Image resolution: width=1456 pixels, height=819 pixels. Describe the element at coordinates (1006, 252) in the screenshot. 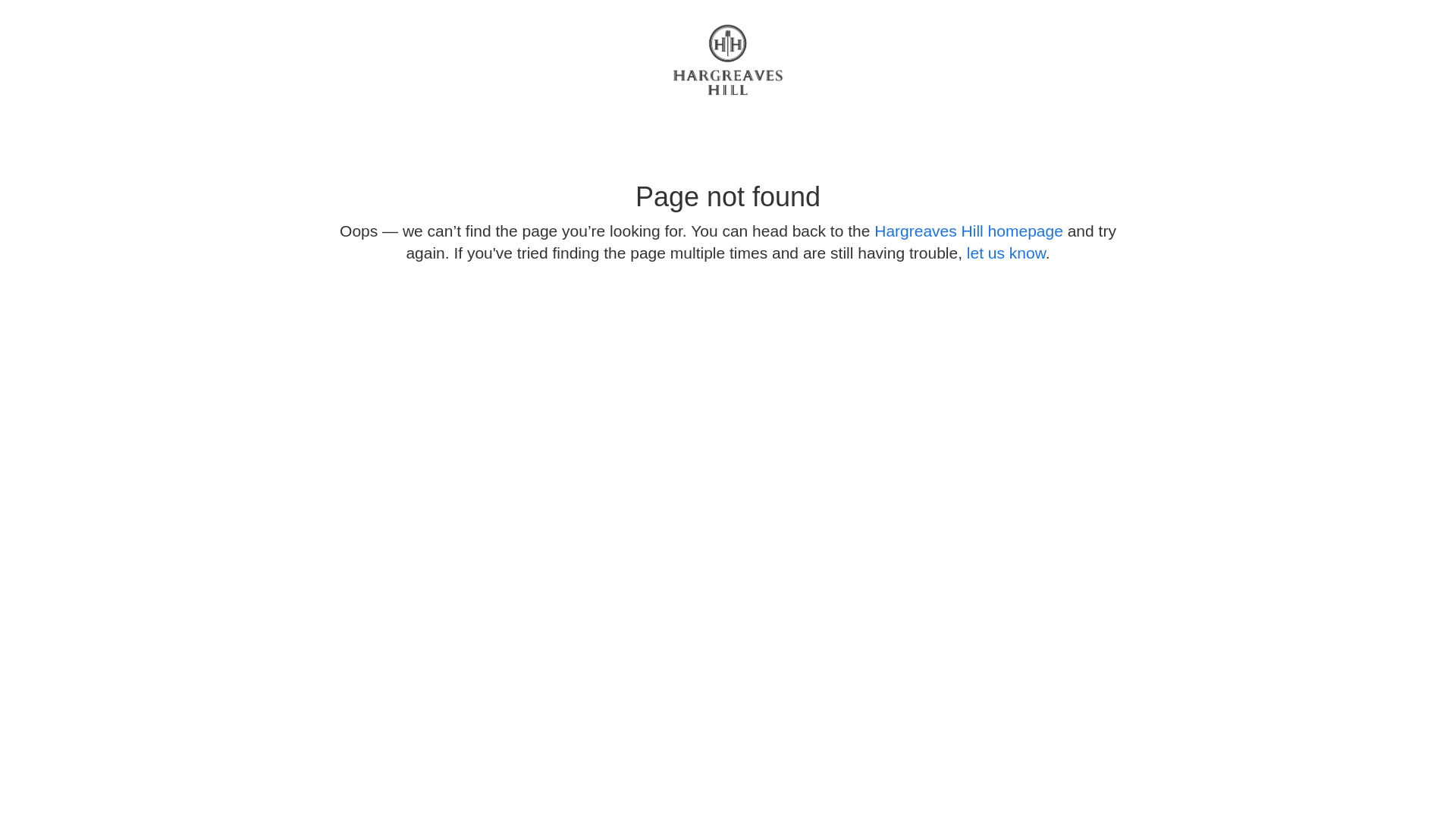

I see `'let us know'` at that location.